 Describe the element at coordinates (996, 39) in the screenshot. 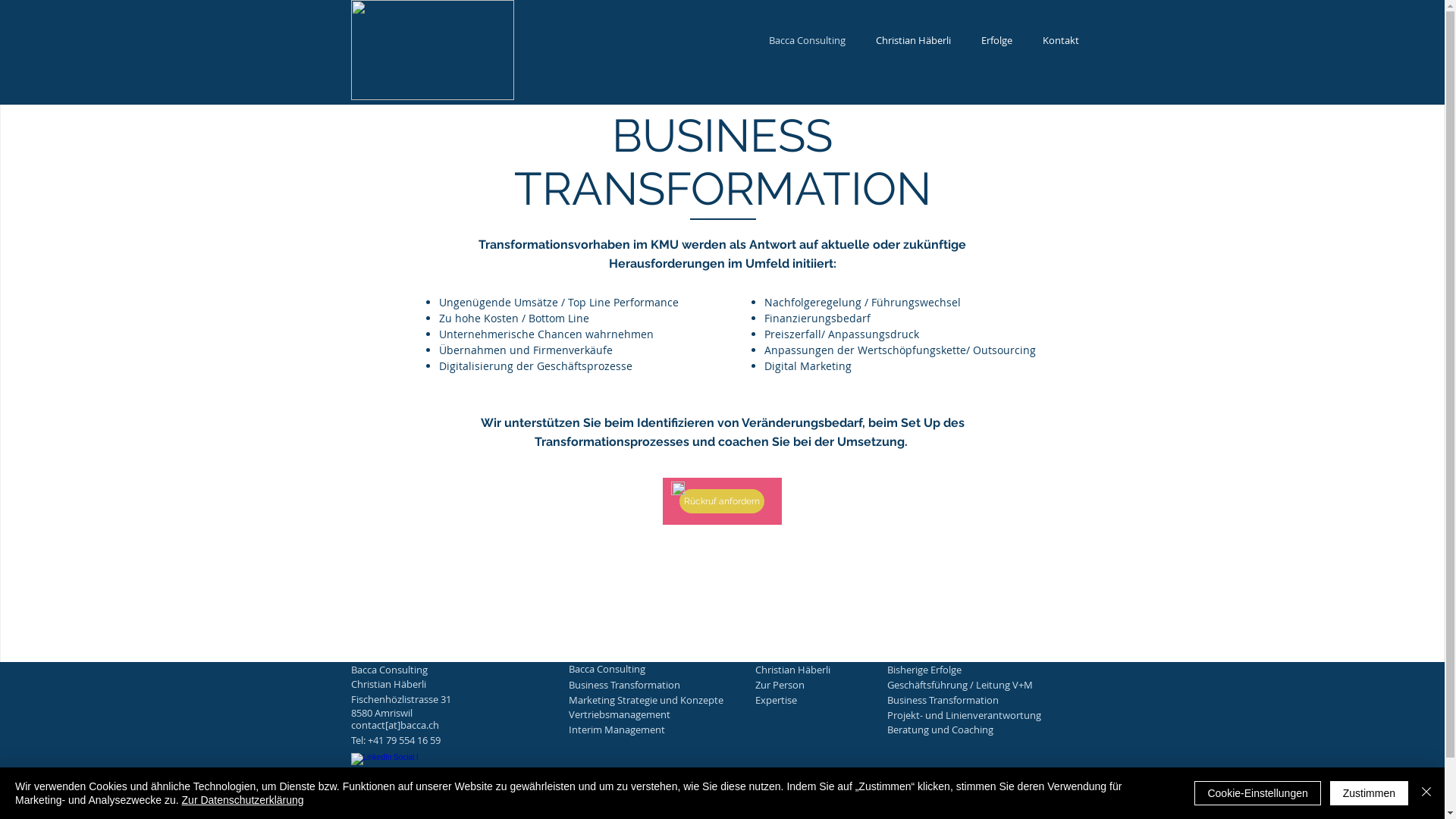

I see `'Erfolge'` at that location.